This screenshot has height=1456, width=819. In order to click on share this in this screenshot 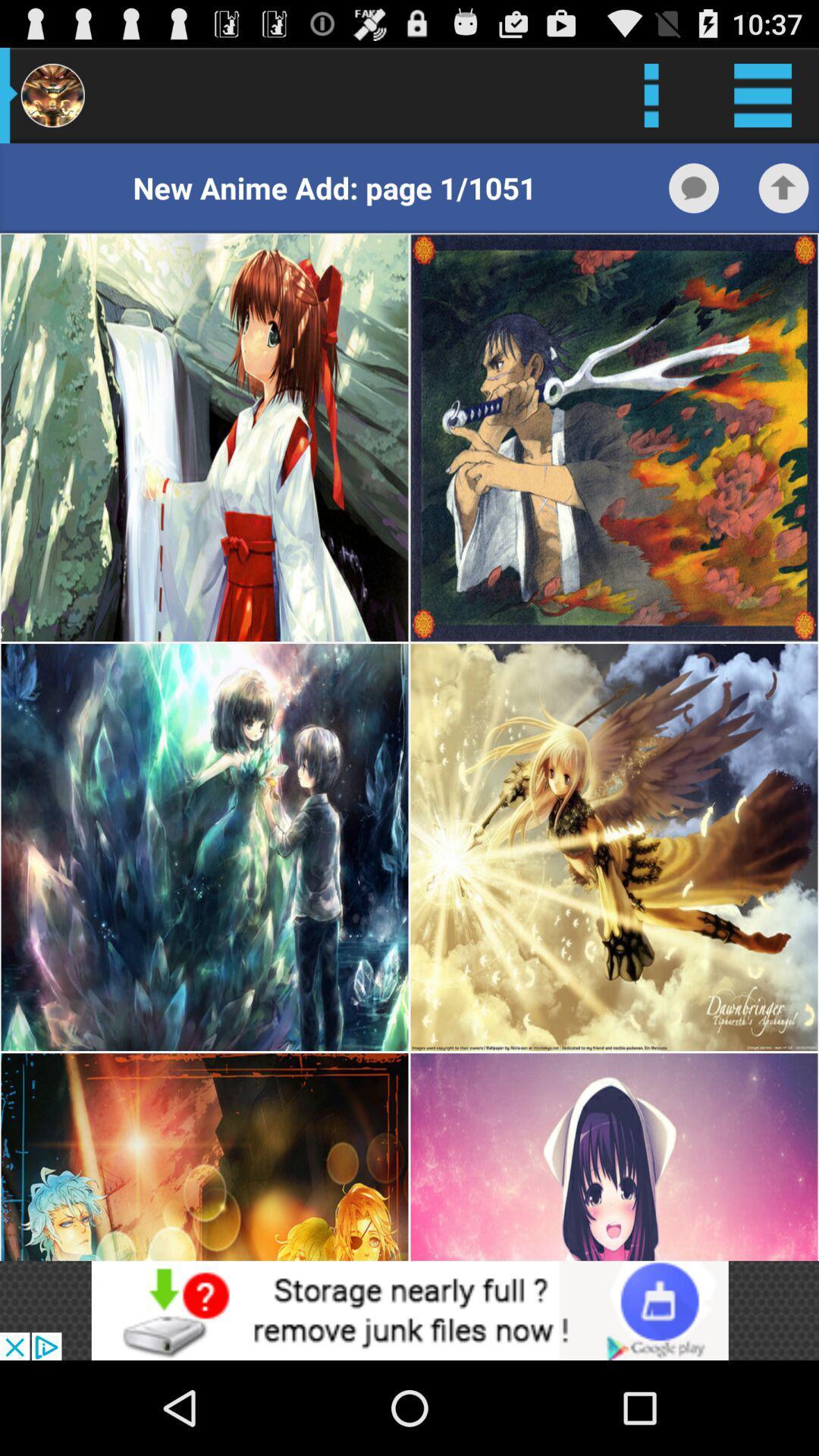, I will do `click(783, 187)`.